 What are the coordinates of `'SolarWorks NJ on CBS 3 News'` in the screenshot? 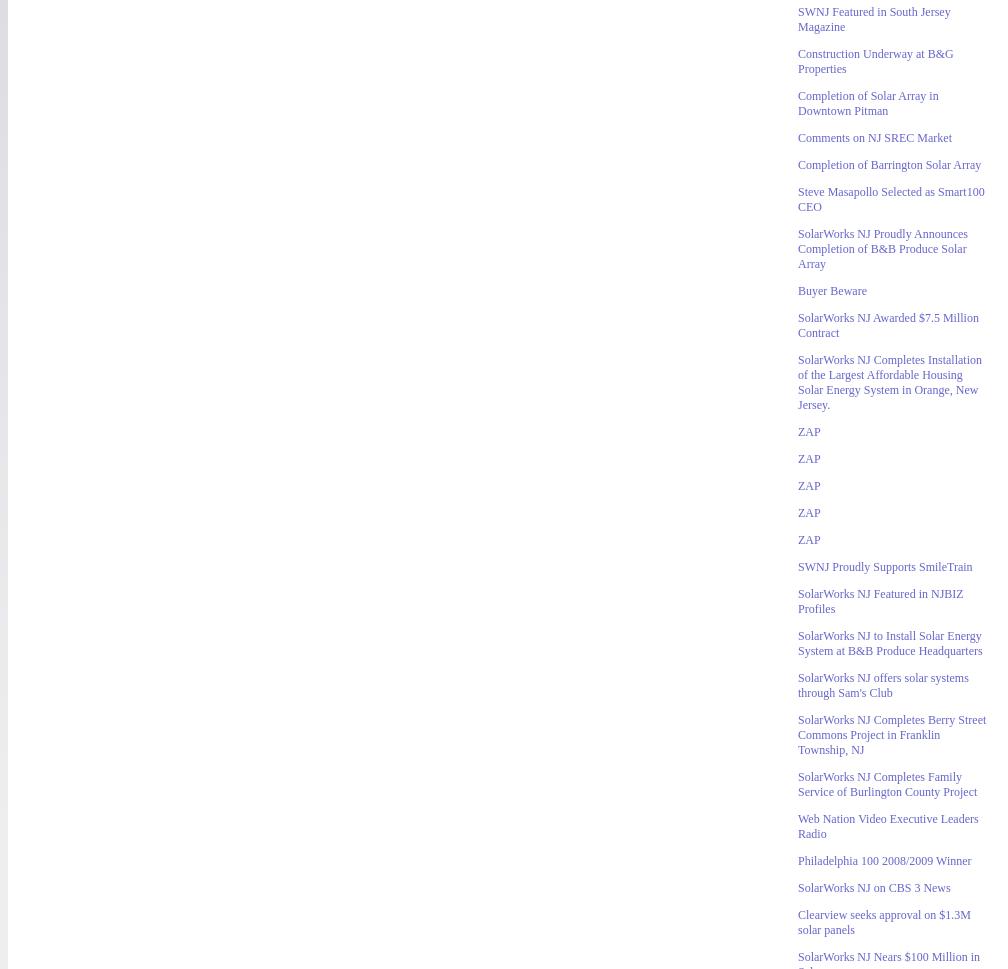 It's located at (874, 887).